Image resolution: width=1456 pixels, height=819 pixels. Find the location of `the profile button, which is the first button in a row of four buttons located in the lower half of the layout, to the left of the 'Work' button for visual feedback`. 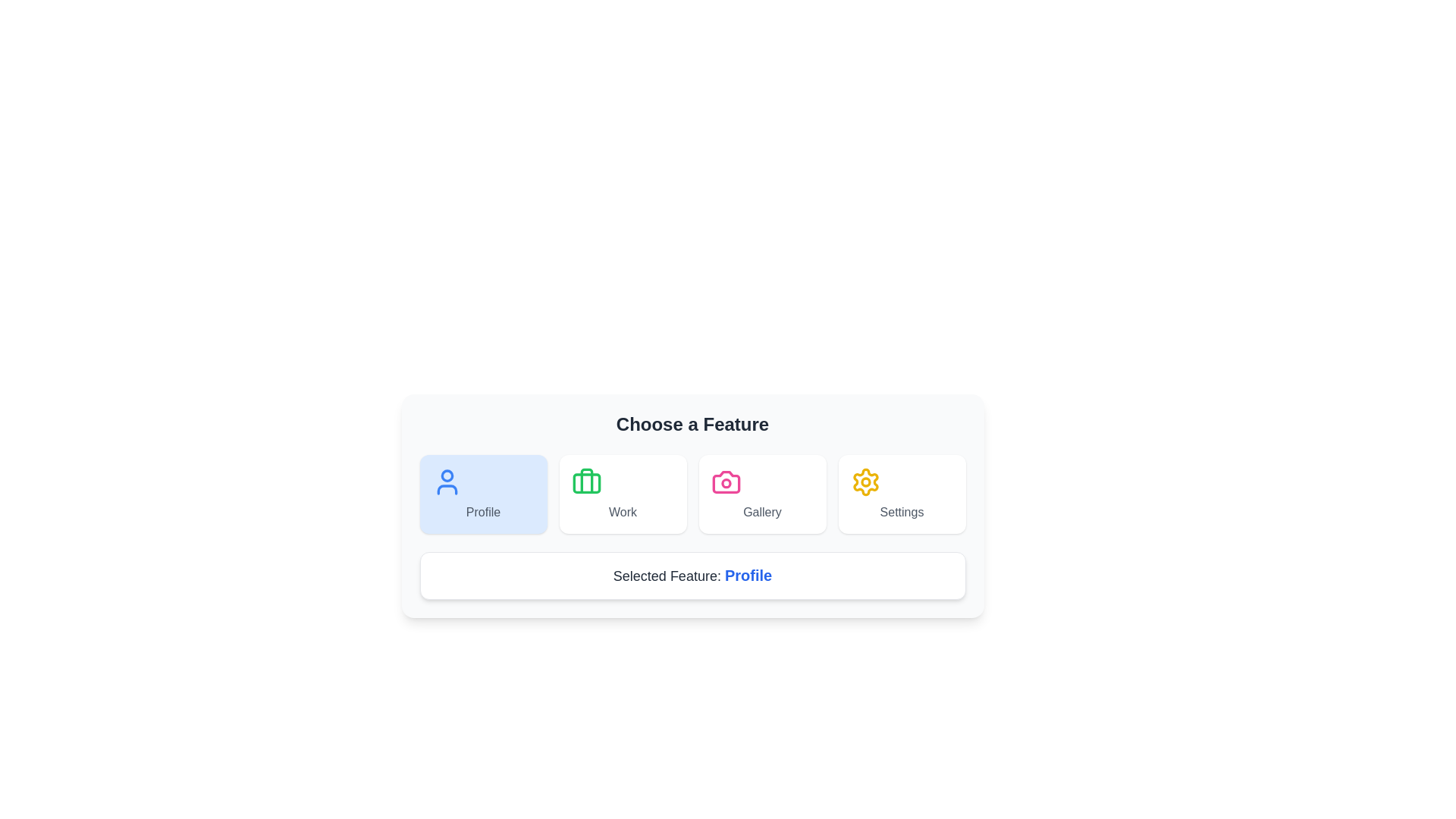

the profile button, which is the first button in a row of four buttons located in the lower half of the layout, to the left of the 'Work' button for visual feedback is located at coordinates (482, 494).